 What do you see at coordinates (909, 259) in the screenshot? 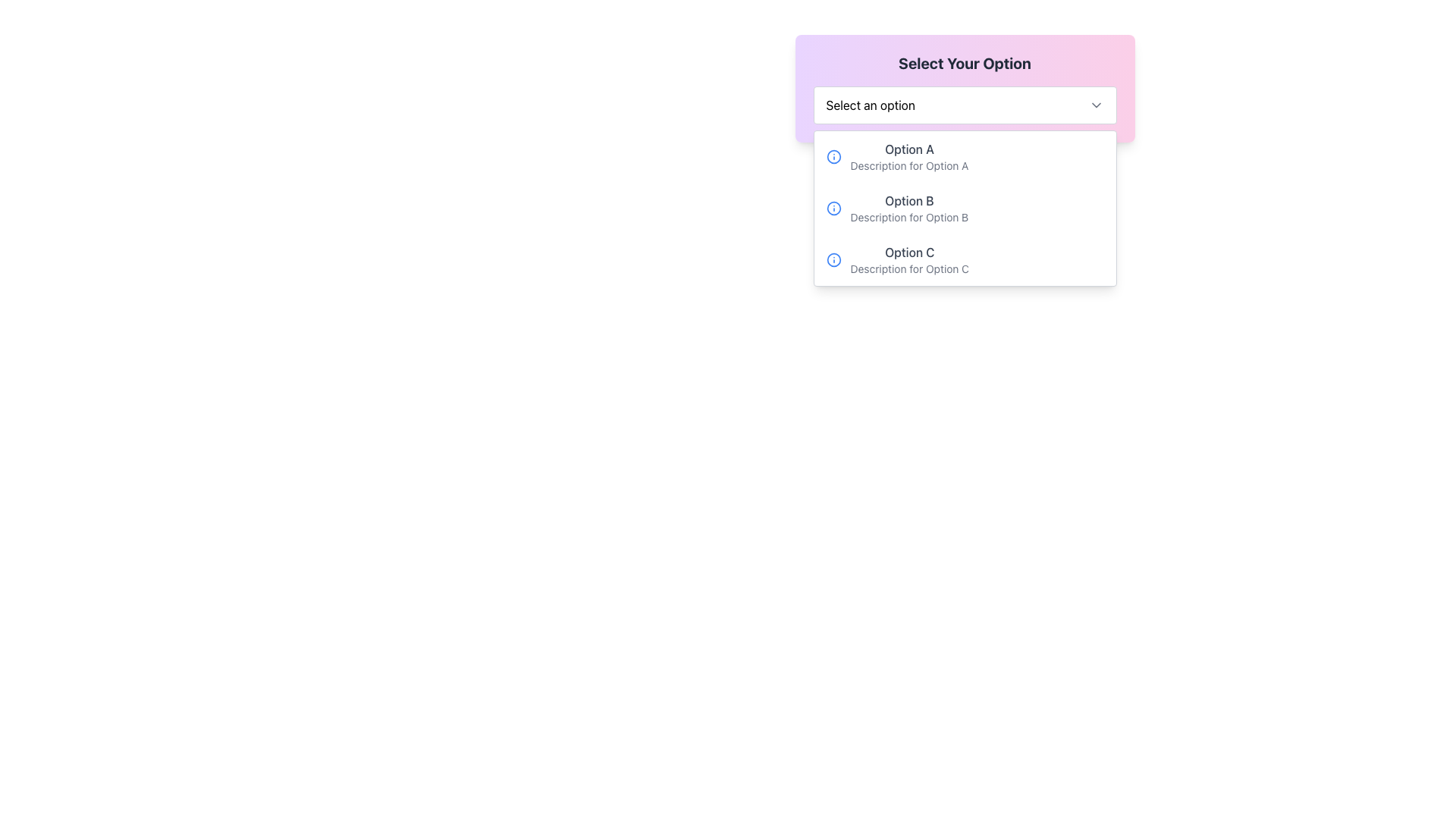
I see `the third option in the dropdown menu, labeled 'Option C', which is located directly below 'Option B'` at bounding box center [909, 259].